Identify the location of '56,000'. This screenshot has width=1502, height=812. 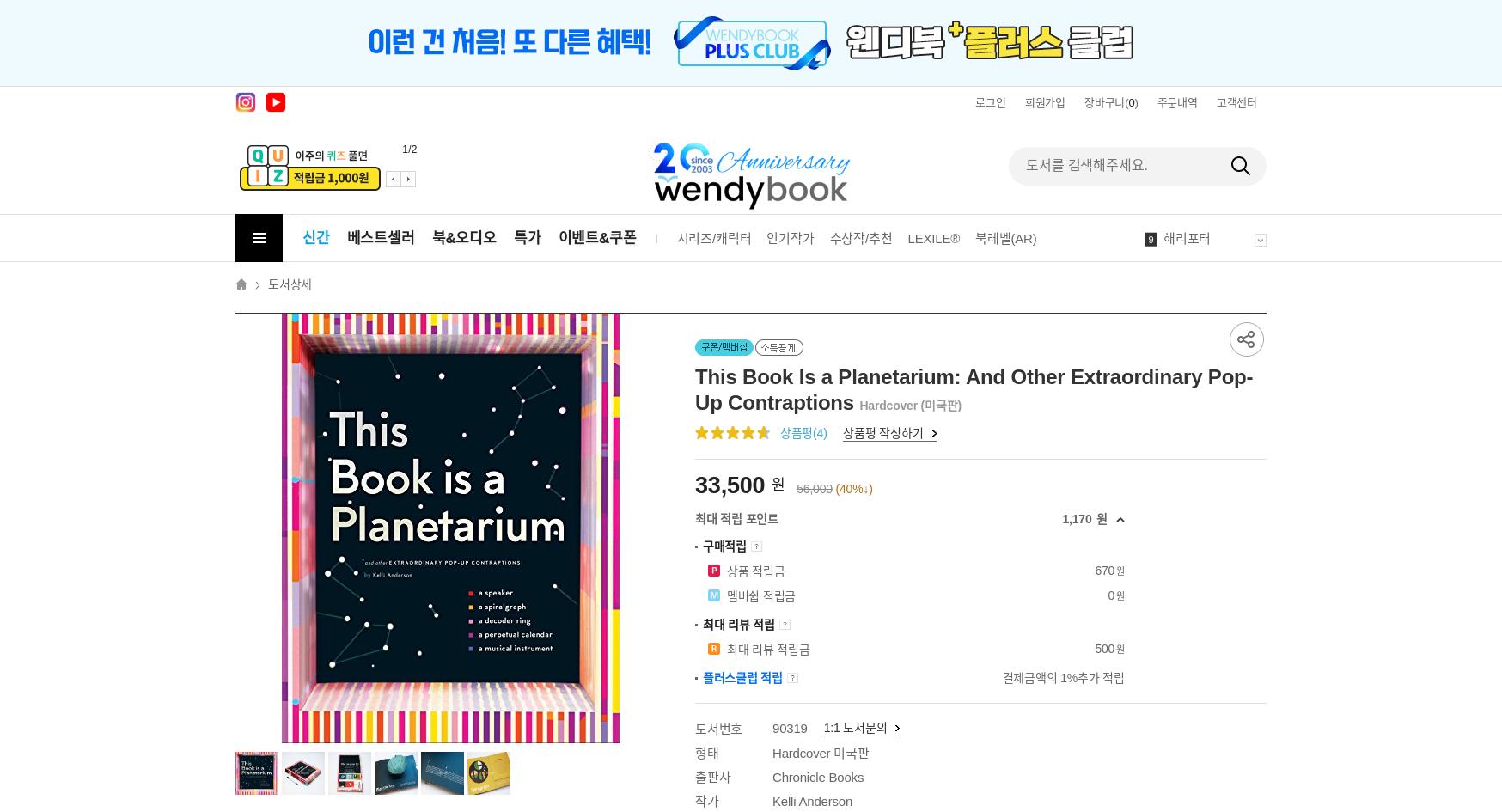
(813, 488).